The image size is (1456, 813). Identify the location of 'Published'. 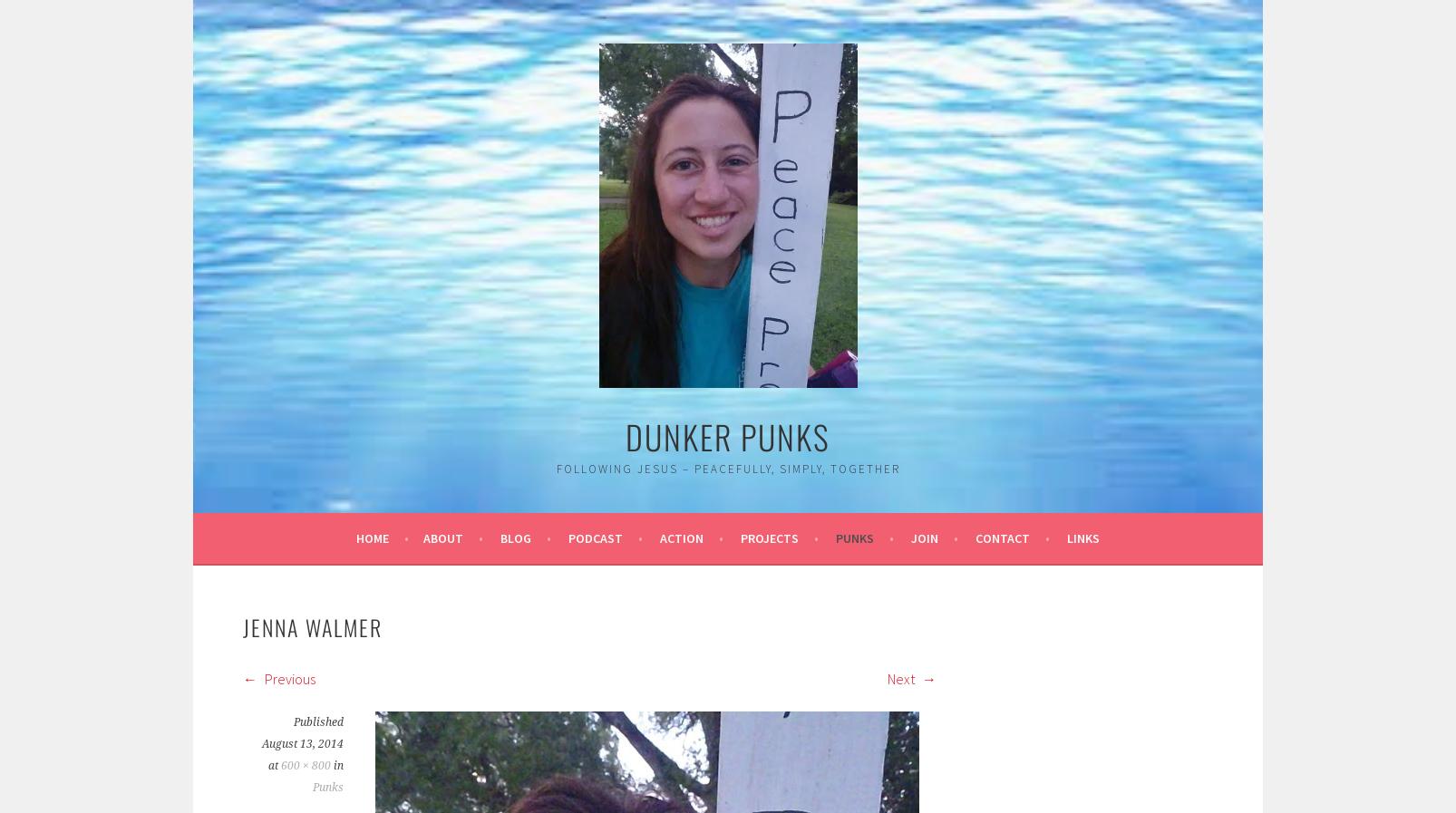
(317, 721).